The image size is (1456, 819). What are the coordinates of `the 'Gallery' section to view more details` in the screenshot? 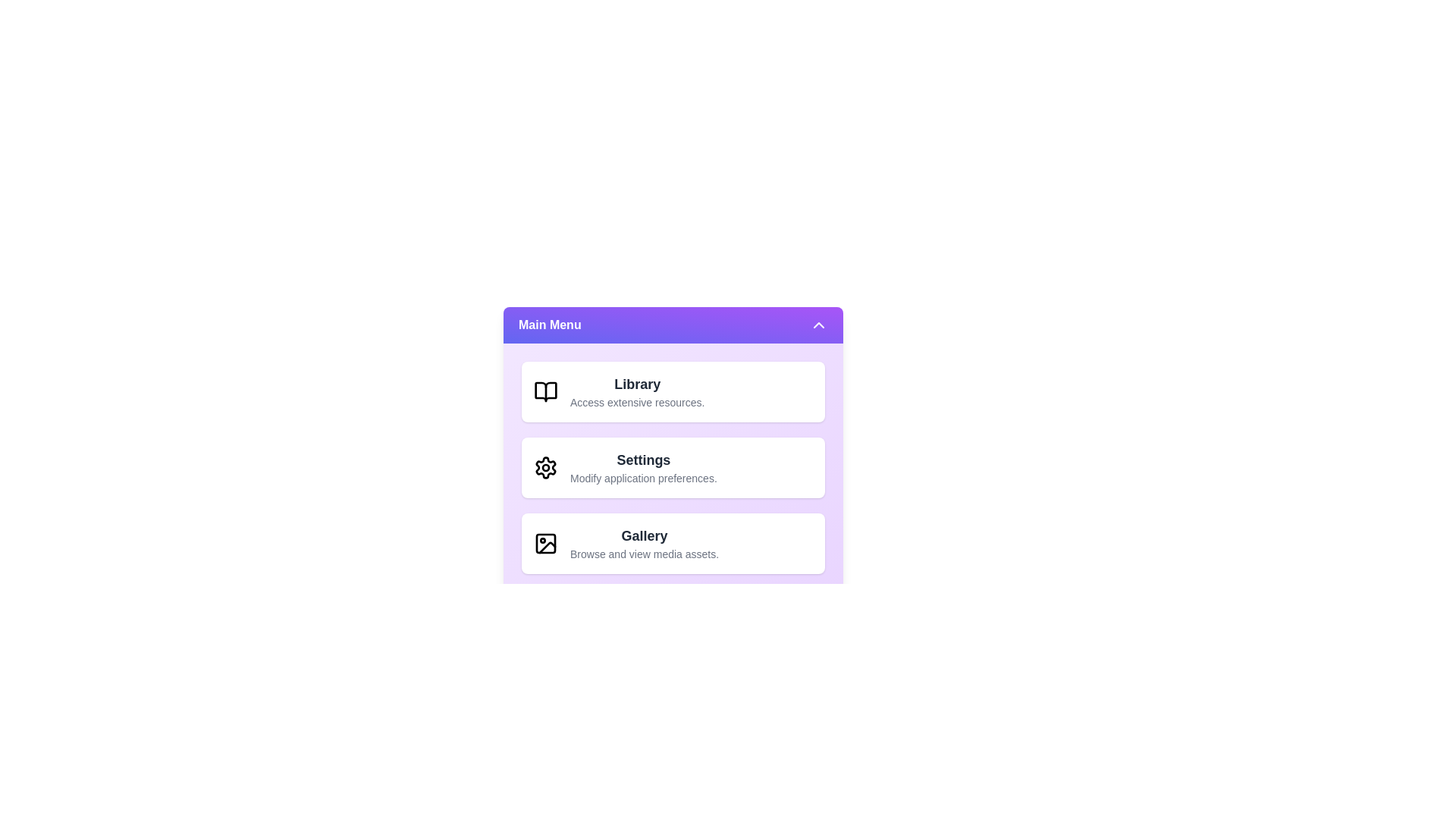 It's located at (644, 543).